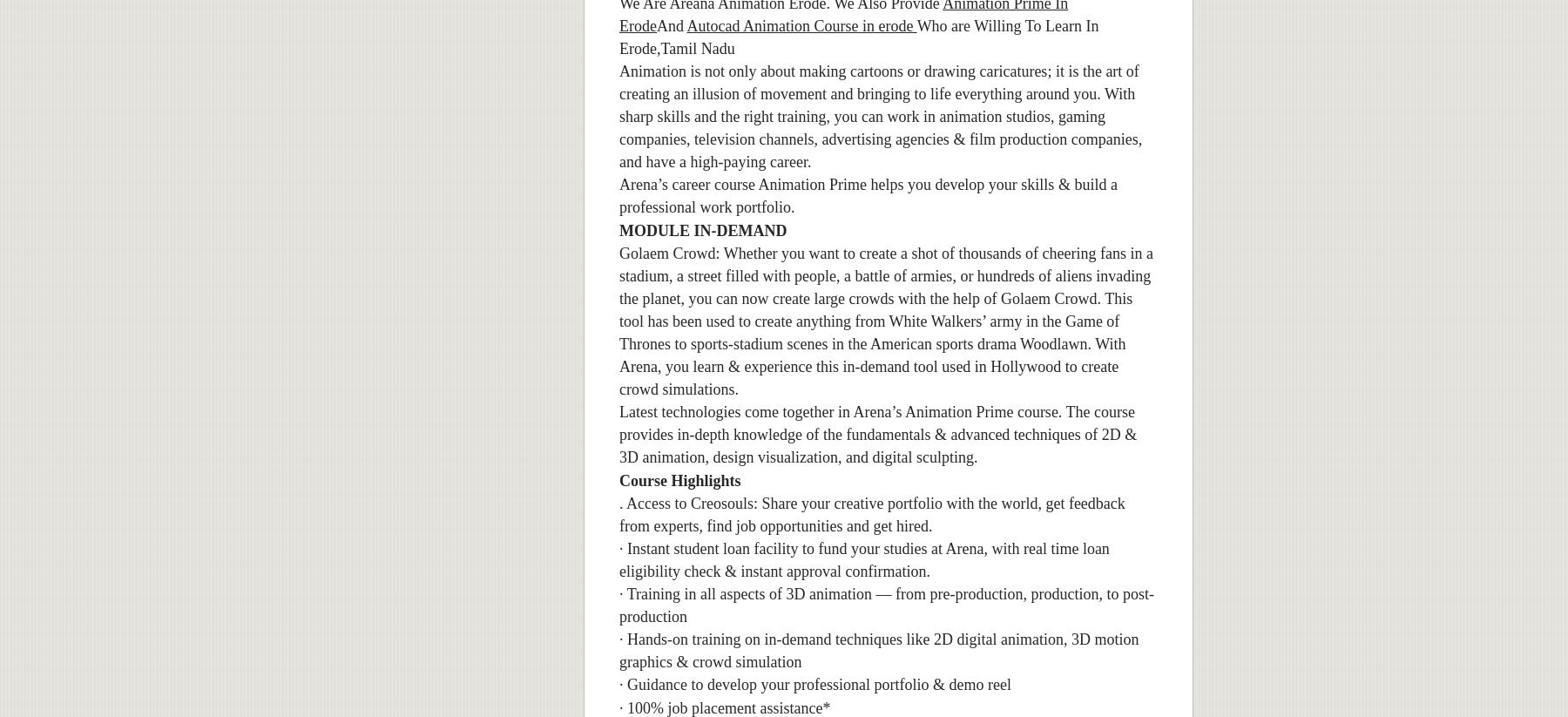  What do you see at coordinates (870, 514) in the screenshot?
I see `'. Access to Creosouls: Share your creative portfolio with the world, get feedback from experts, find job opportunities and get hired.'` at bounding box center [870, 514].